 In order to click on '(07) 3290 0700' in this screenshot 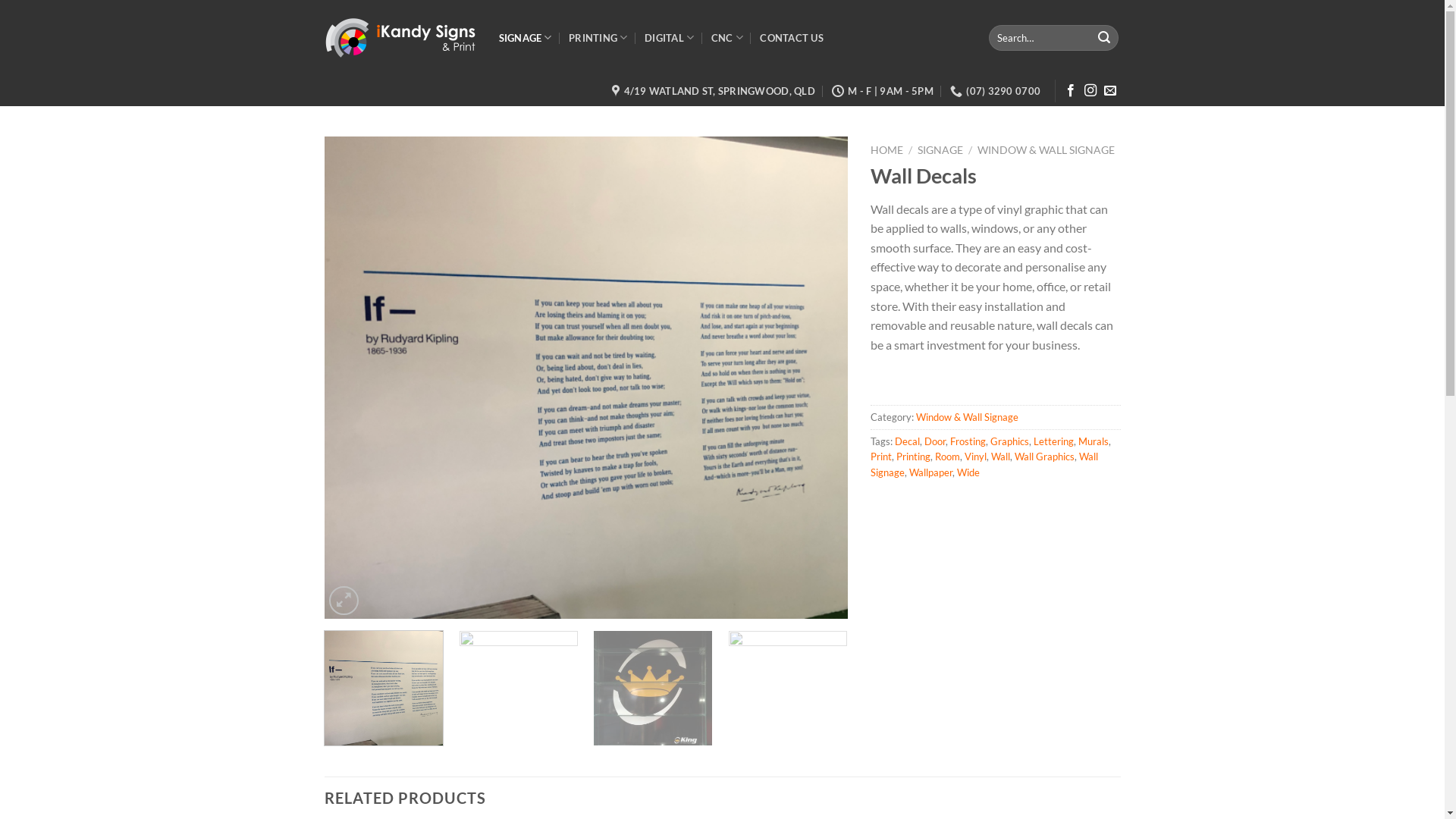, I will do `click(995, 90)`.